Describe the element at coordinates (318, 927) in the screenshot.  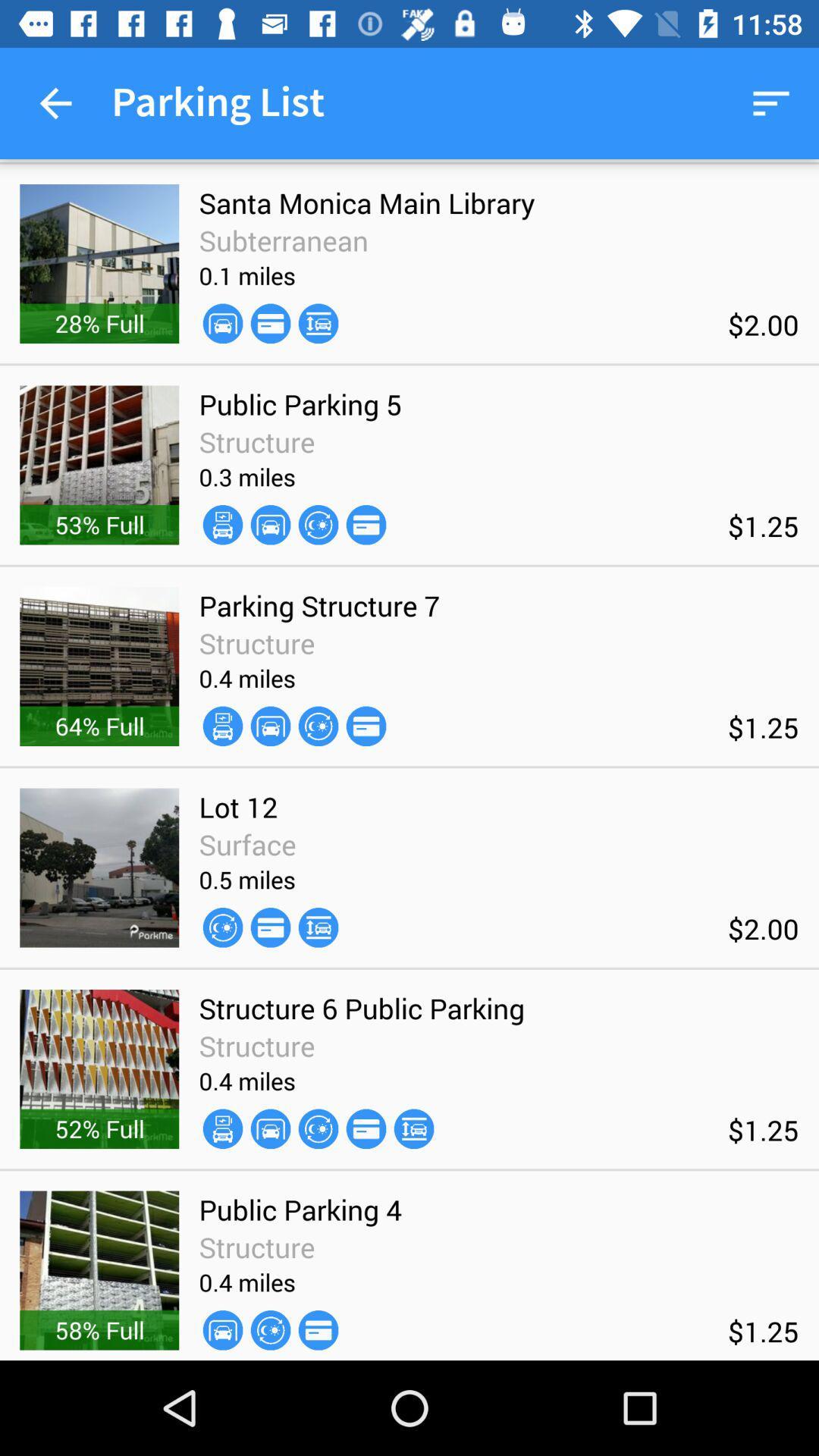
I see `the icon next to the 0.5 miles` at that location.